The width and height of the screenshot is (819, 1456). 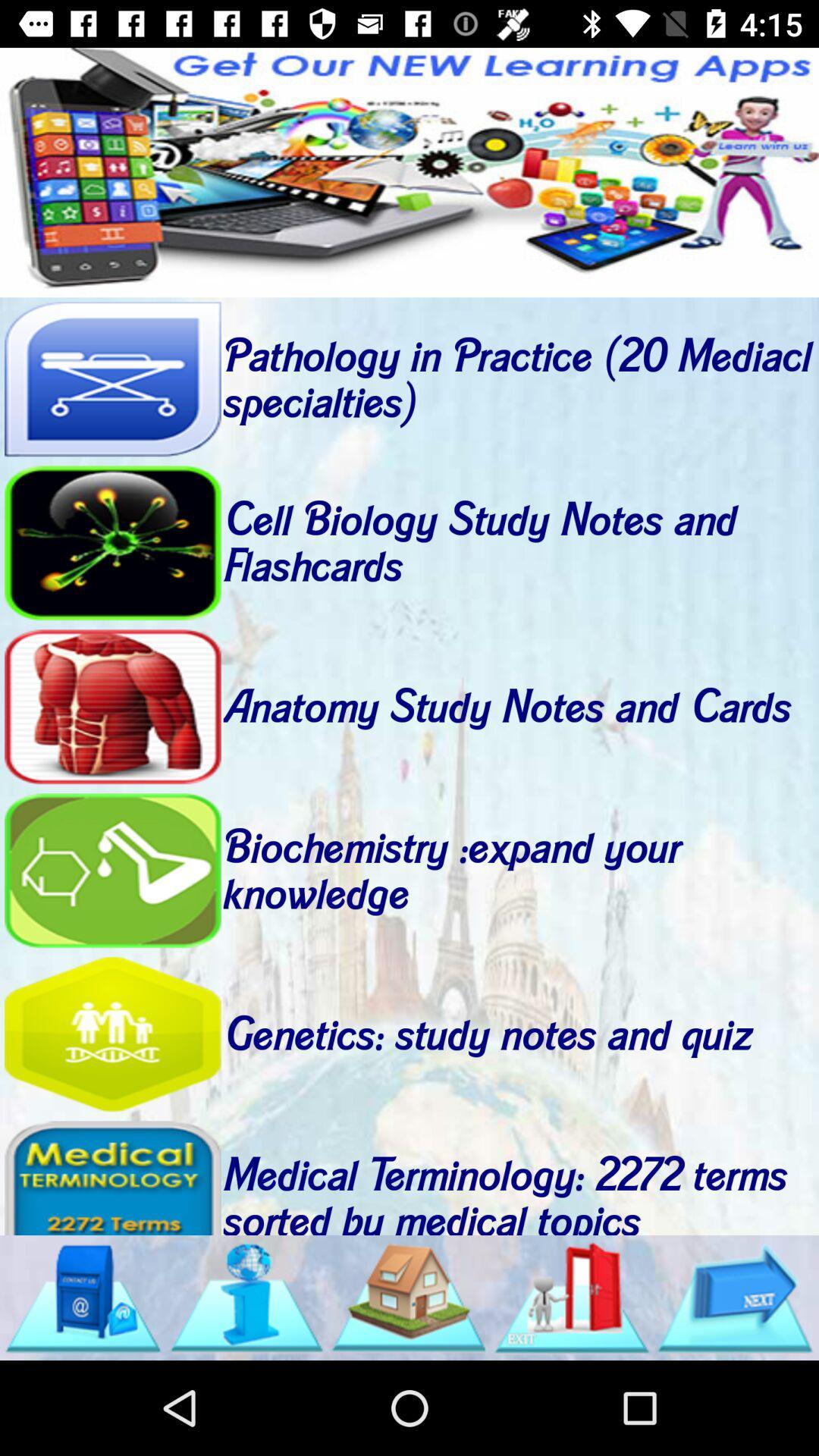 What do you see at coordinates (734, 1297) in the screenshot?
I see `the arrow_forward icon` at bounding box center [734, 1297].